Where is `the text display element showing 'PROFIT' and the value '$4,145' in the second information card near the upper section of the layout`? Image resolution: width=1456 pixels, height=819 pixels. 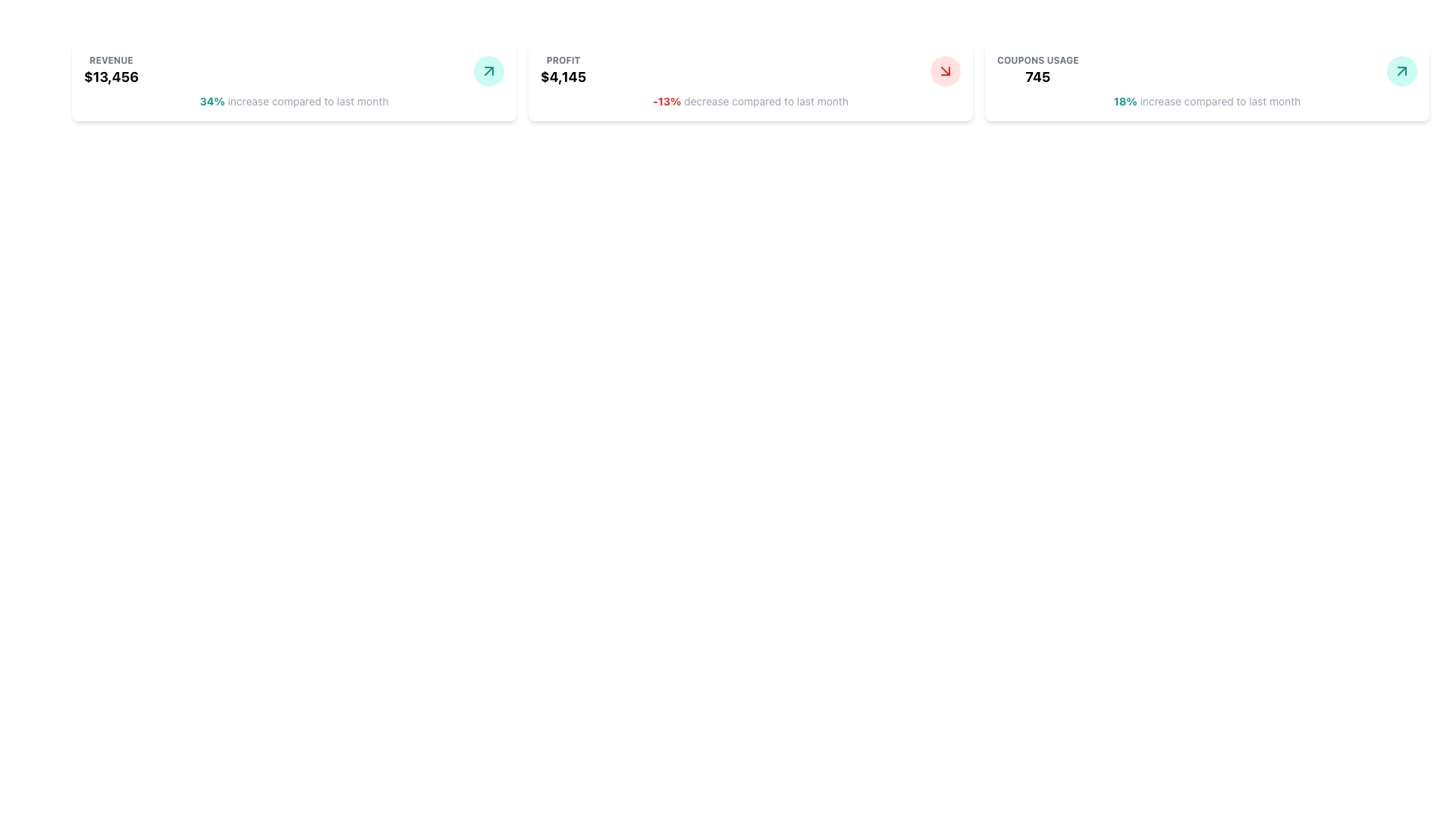 the text display element showing 'PROFIT' and the value '$4,145' in the second information card near the upper section of the layout is located at coordinates (563, 71).